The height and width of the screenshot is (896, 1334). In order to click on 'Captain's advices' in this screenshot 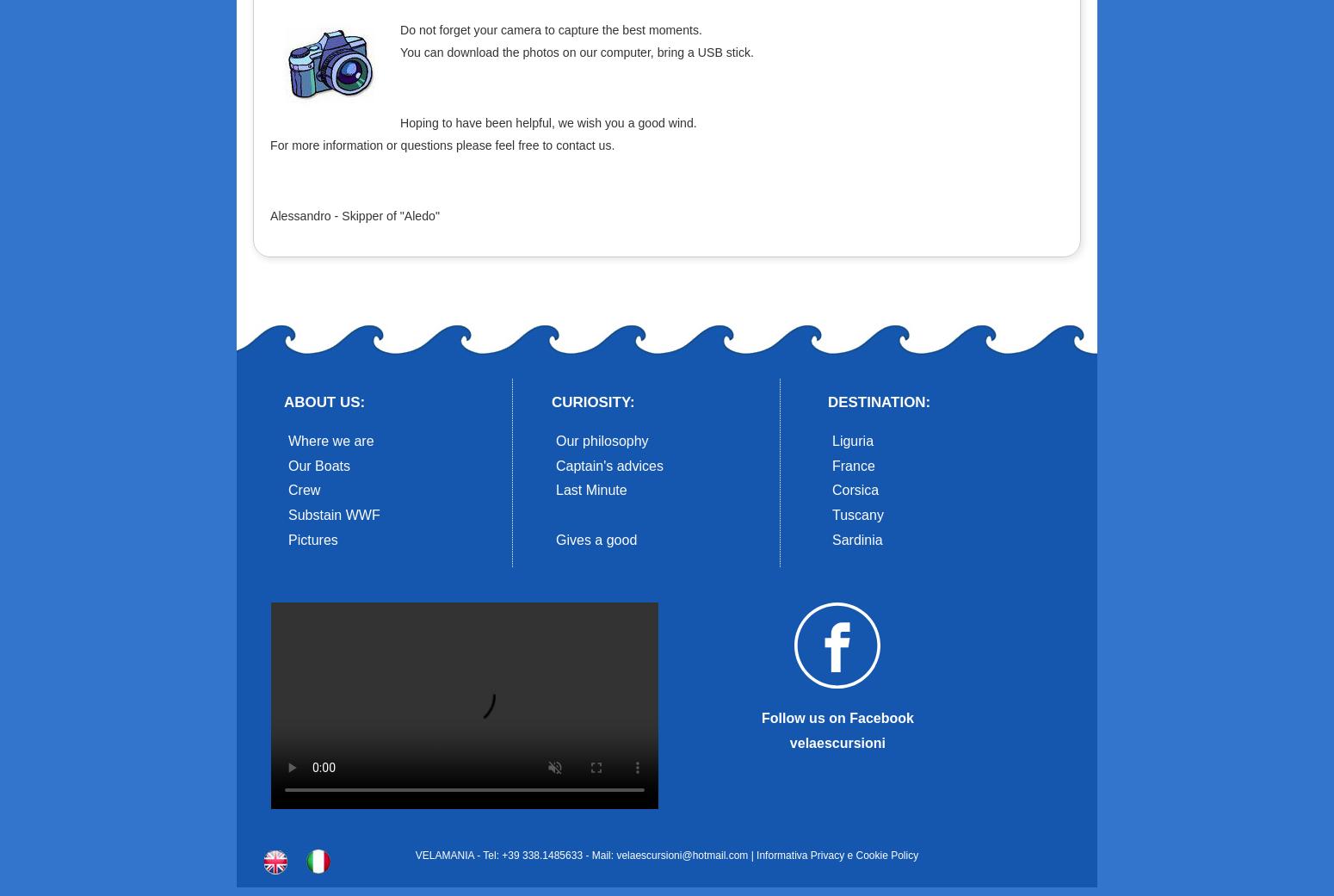, I will do `click(609, 465)`.